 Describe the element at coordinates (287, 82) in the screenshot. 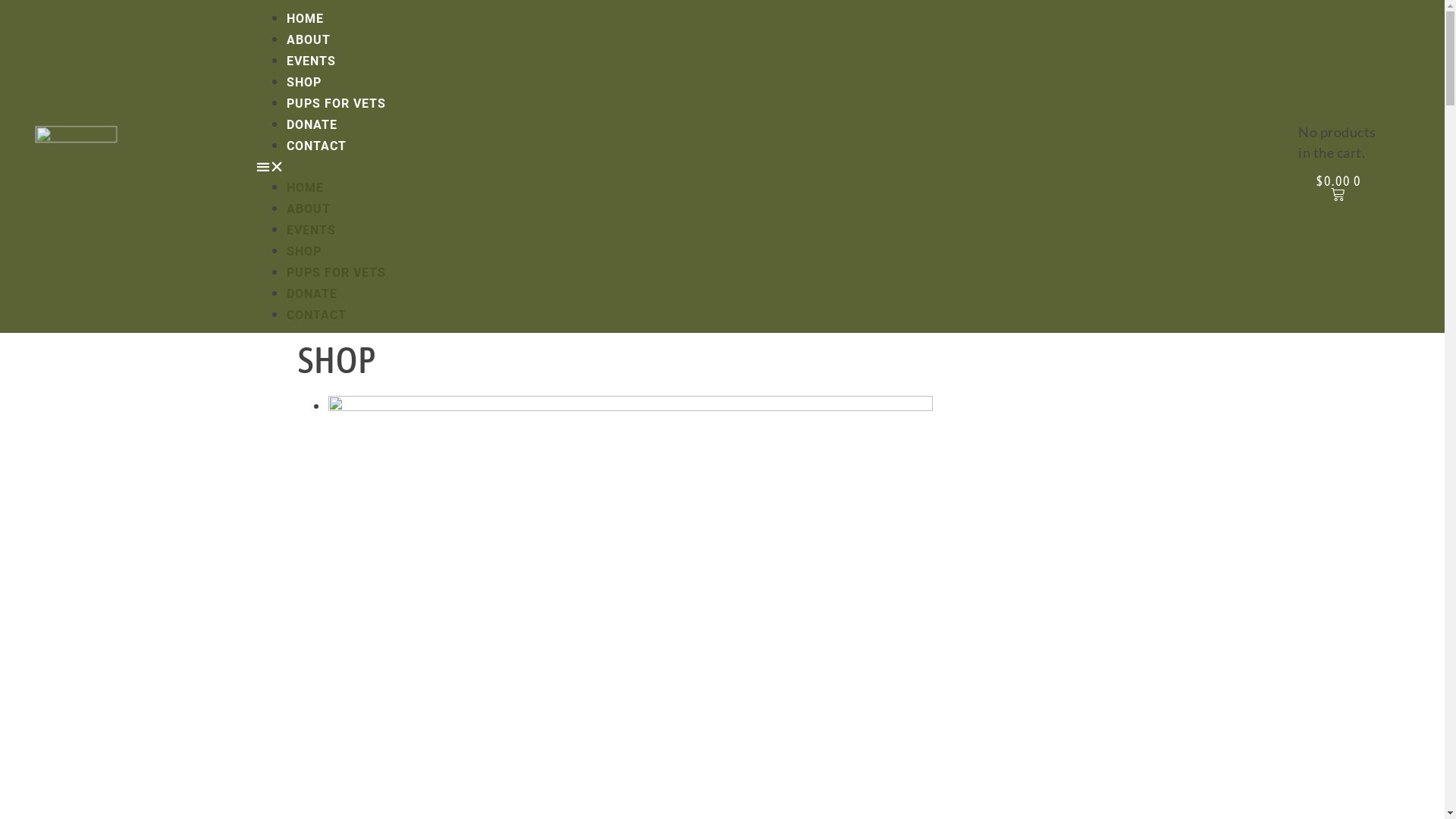

I see `'SHOP'` at that location.